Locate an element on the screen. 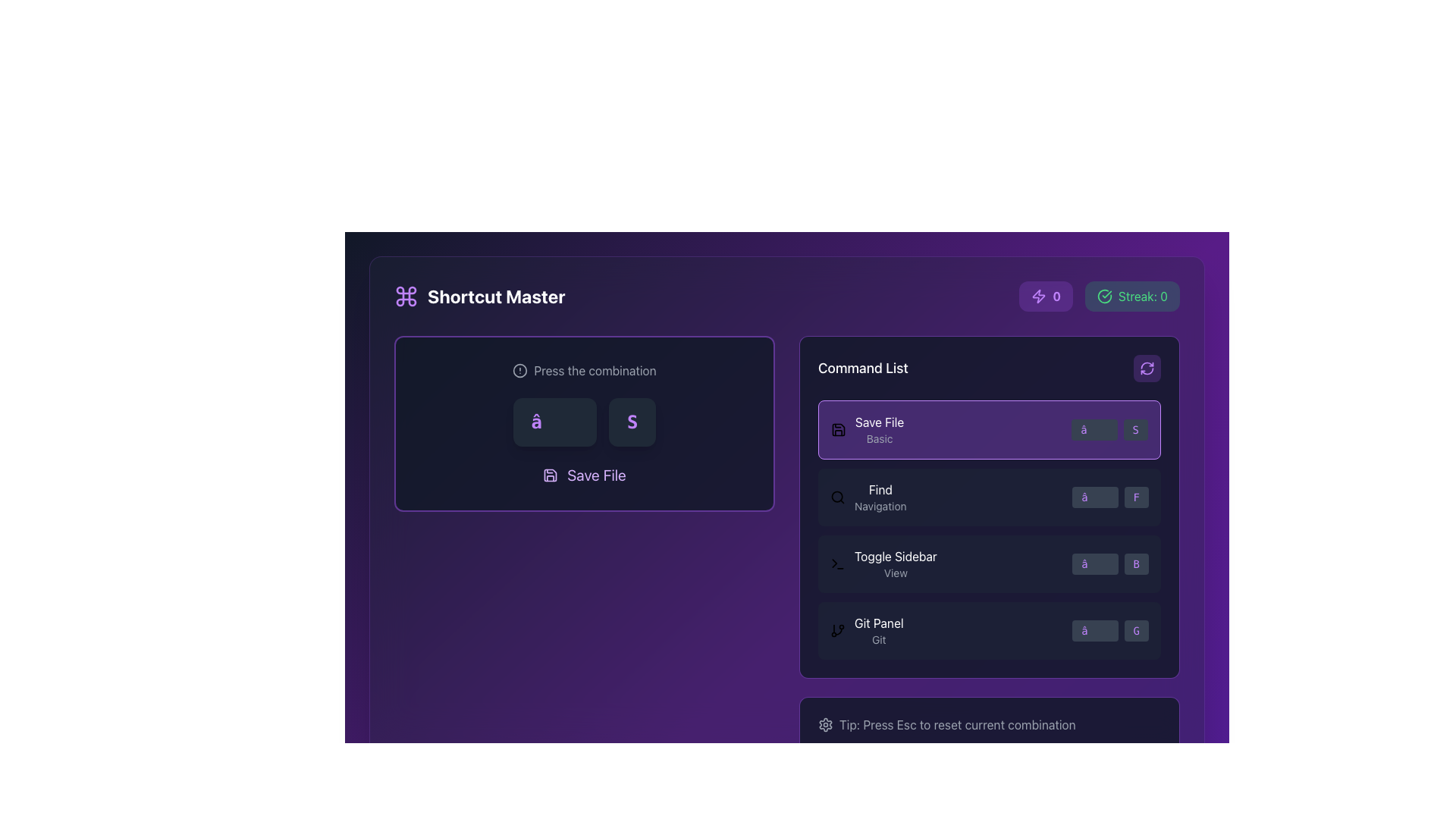  the 'Git Panel' icon located to the left of the 'Git Panel' label in the 'Command List' section is located at coordinates (836, 631).